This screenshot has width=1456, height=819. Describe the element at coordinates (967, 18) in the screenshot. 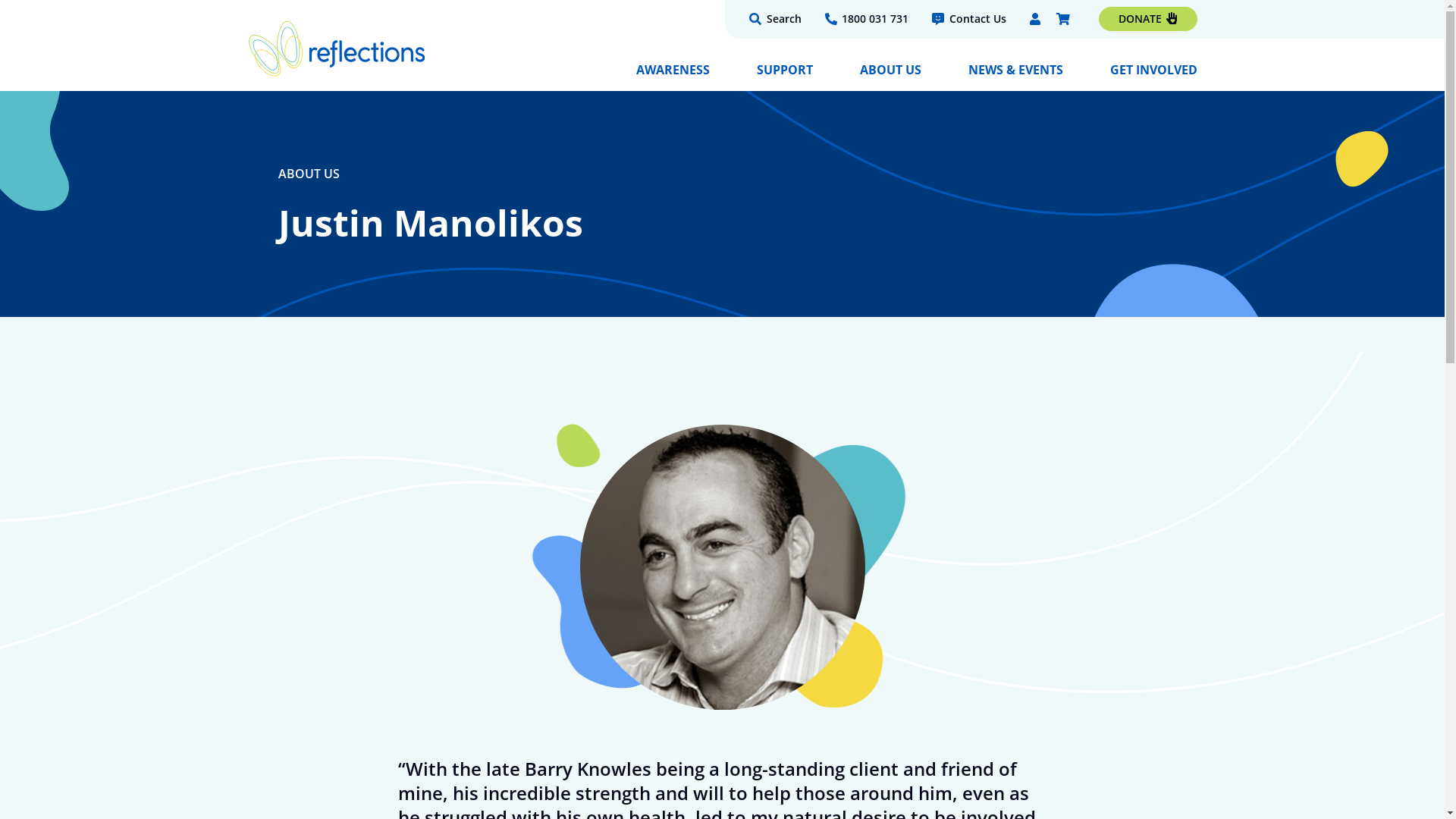

I see `'Contact Us'` at that location.